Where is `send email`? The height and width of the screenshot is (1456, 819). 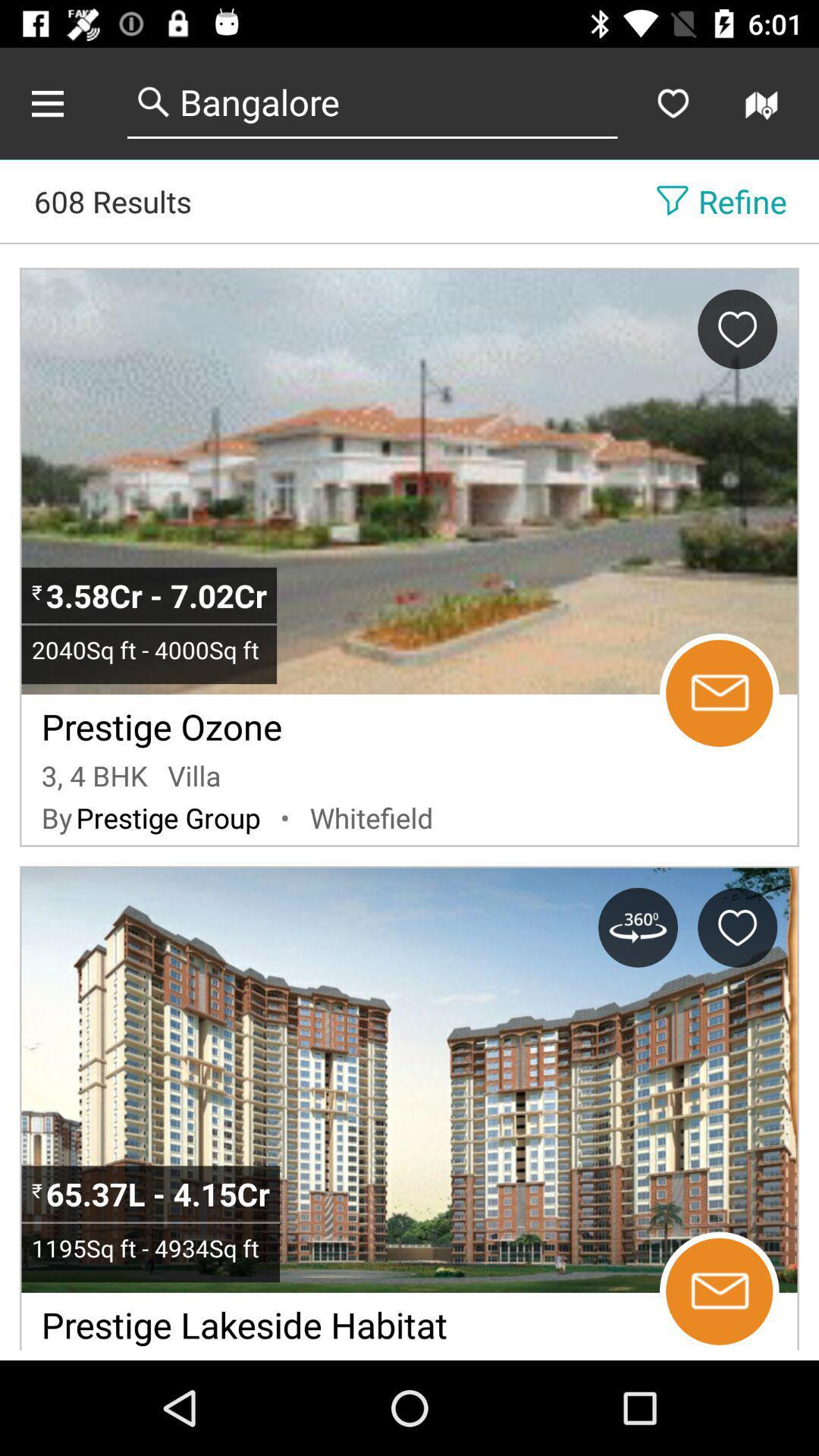 send email is located at coordinates (718, 692).